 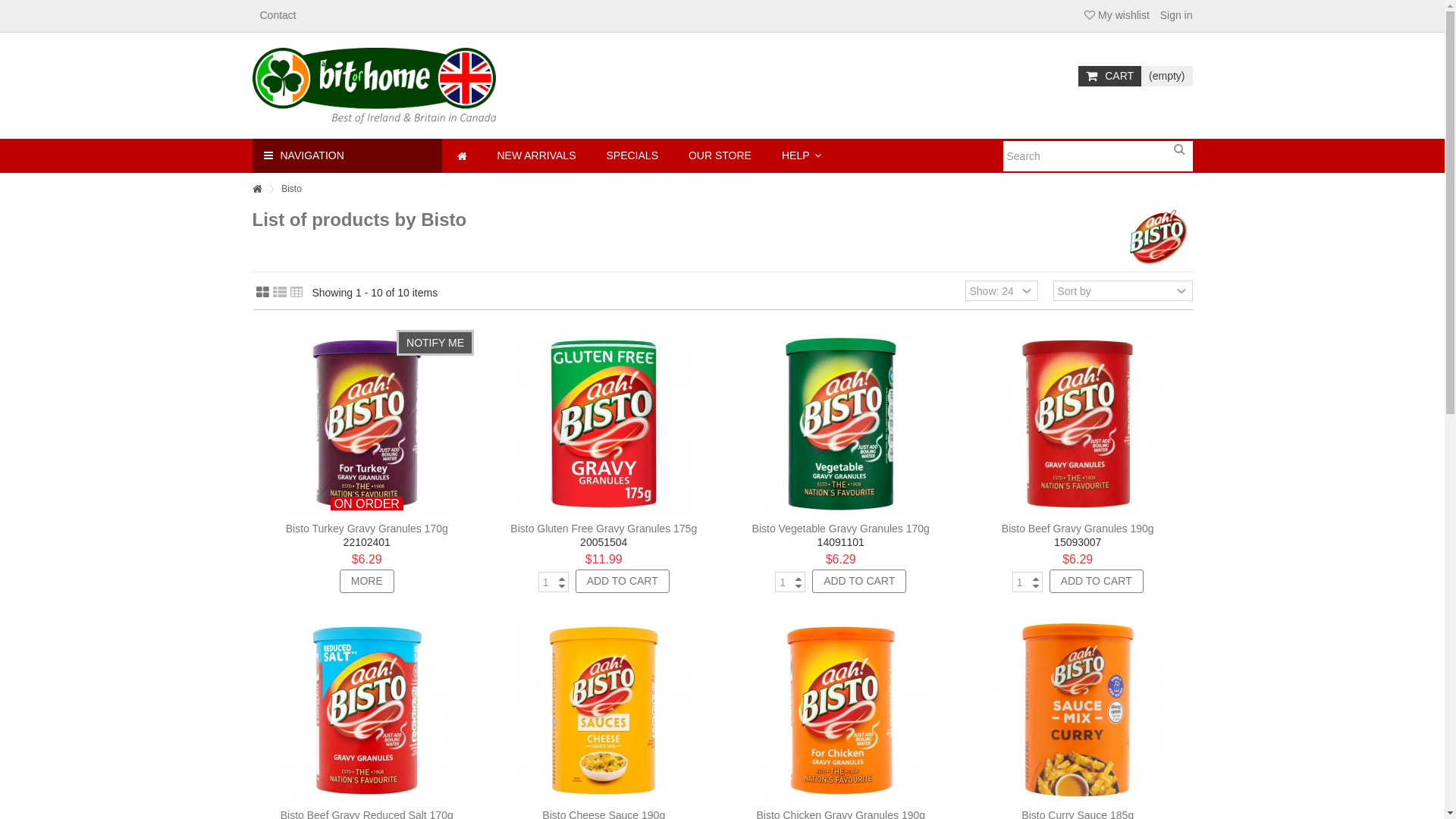 I want to click on 'SPECIALS', so click(x=632, y=155).